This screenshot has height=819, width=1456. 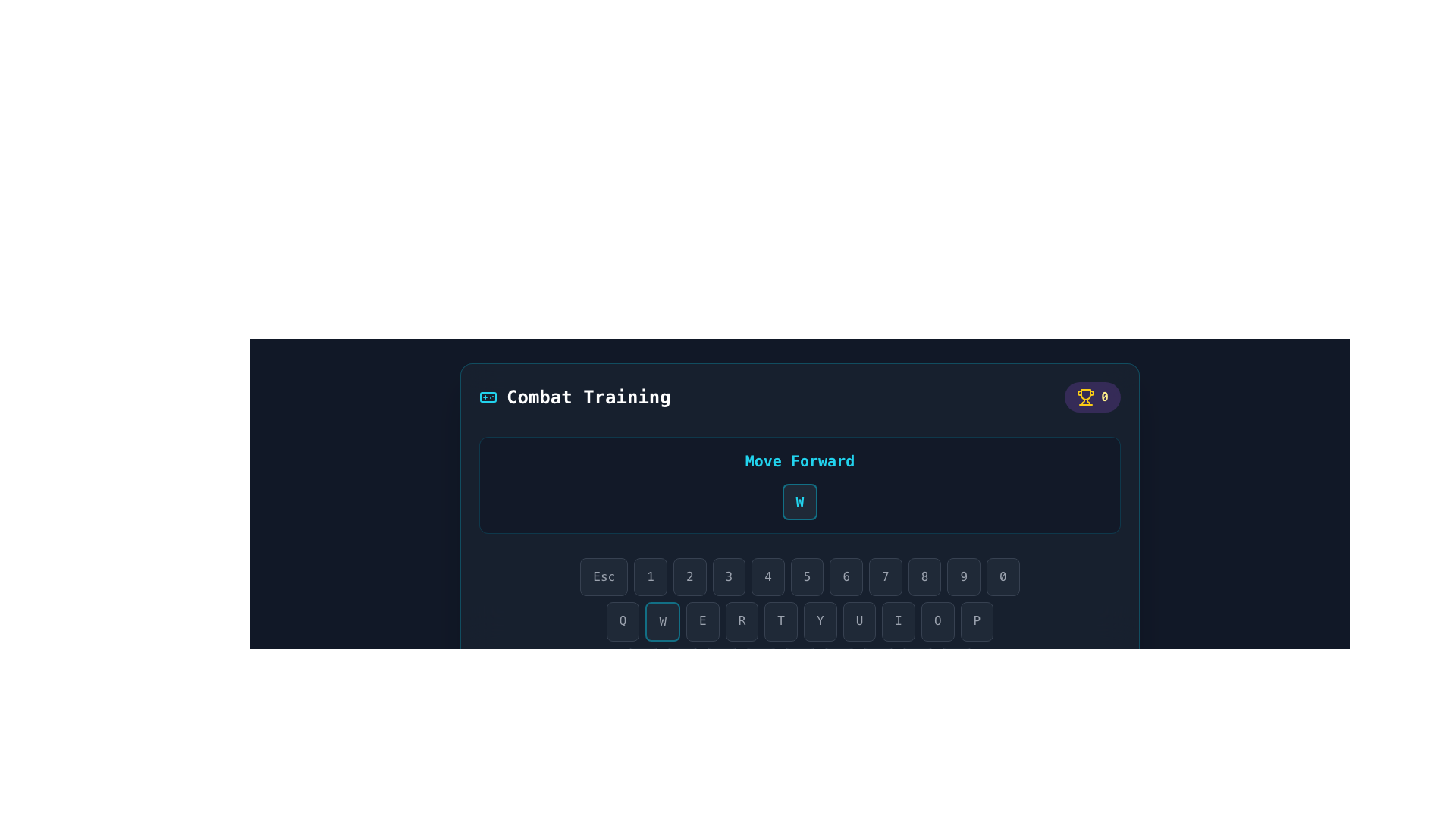 What do you see at coordinates (885, 576) in the screenshot?
I see `the button displaying the character '7' with a dark gray background to observe hover effects` at bounding box center [885, 576].